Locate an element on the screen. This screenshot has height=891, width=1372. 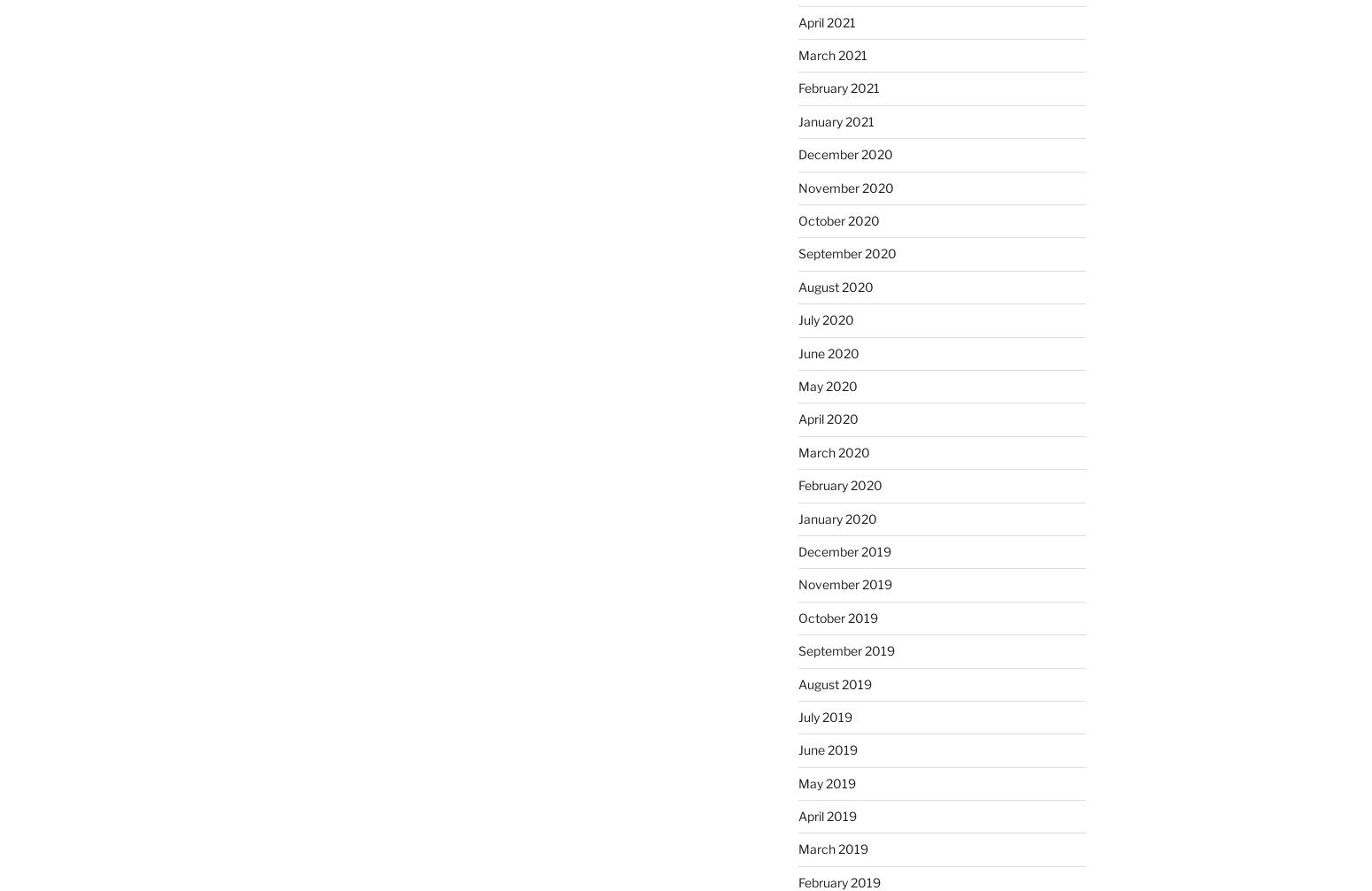
'May 2019' is located at coordinates (825, 781).